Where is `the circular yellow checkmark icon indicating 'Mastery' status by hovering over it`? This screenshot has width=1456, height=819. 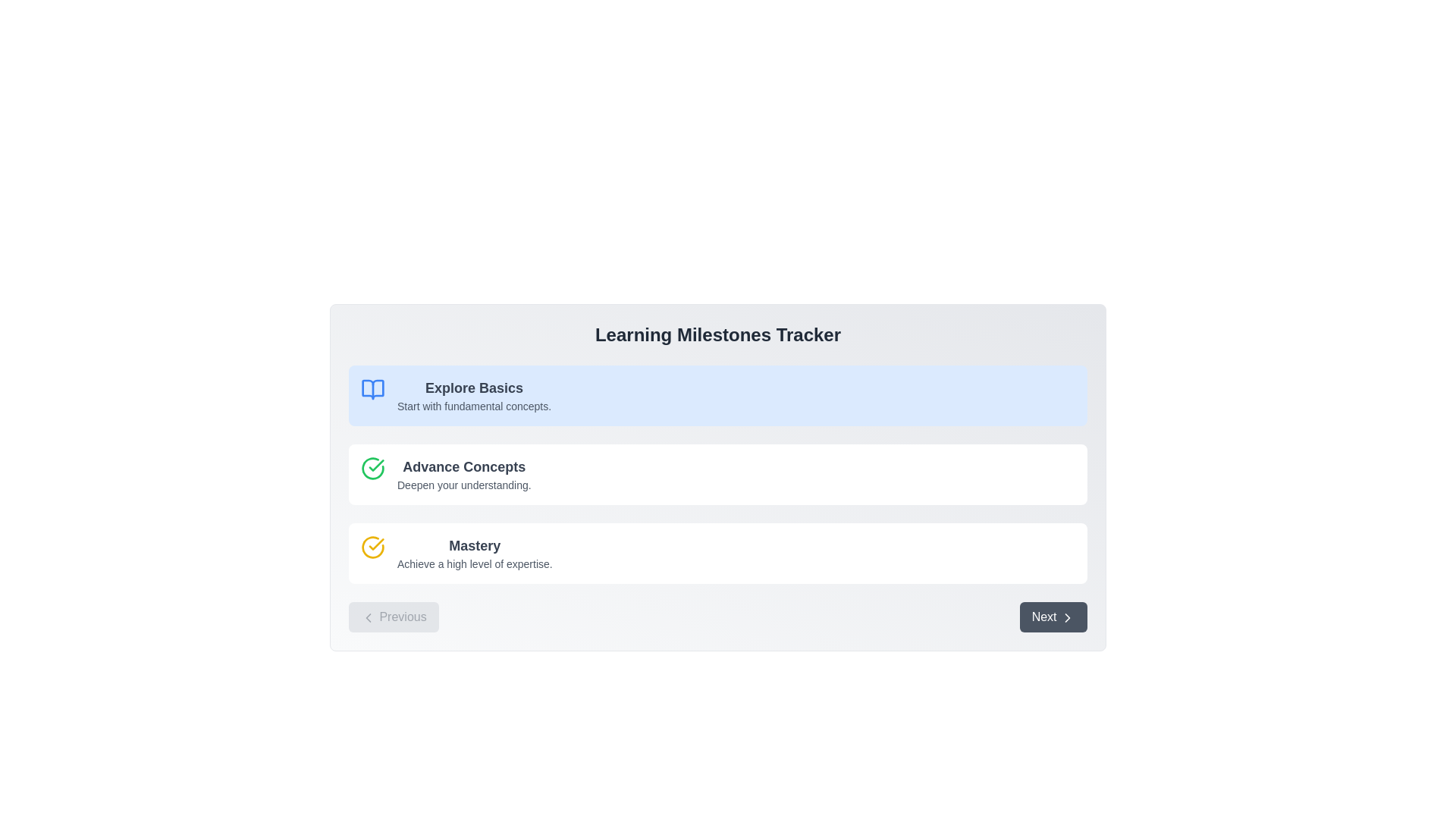
the circular yellow checkmark icon indicating 'Mastery' status by hovering over it is located at coordinates (372, 547).